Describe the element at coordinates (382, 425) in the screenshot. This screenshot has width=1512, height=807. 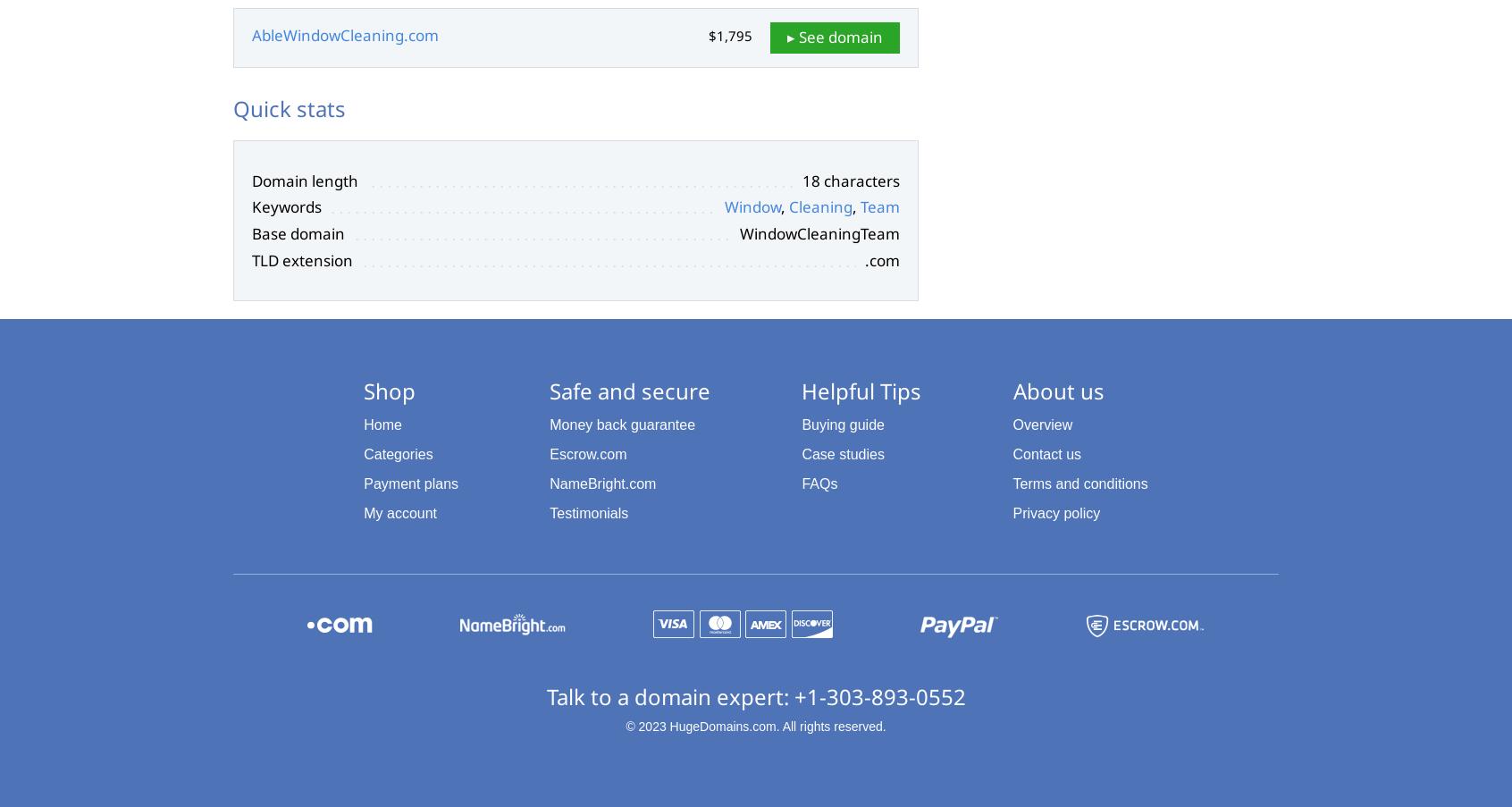
I see `'Home'` at that location.